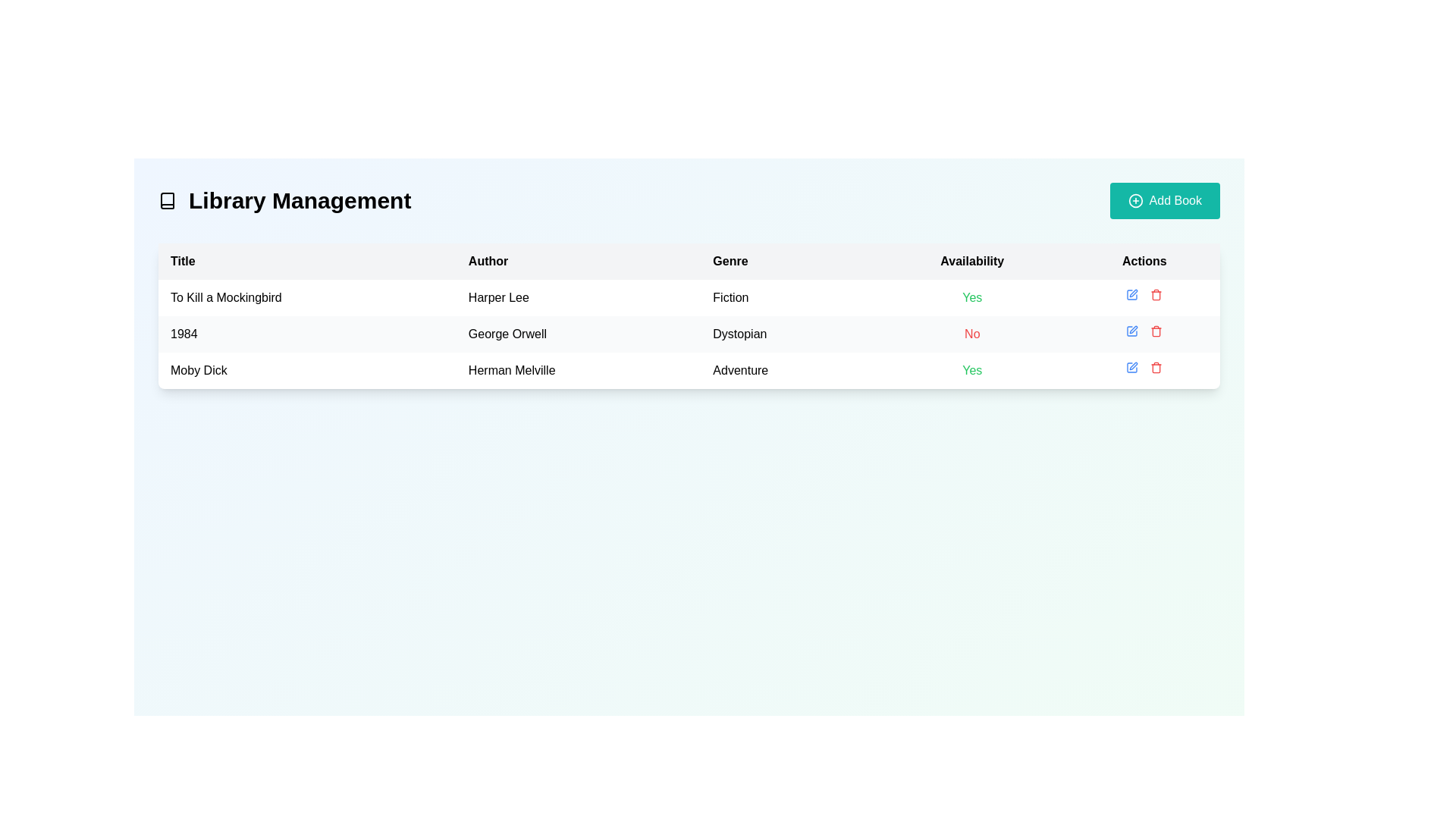 The height and width of the screenshot is (819, 1456). What do you see at coordinates (1156, 295) in the screenshot?
I see `the delete icon button located in the 'Actions' column of the table for the book 'Moby Dick' in the third row` at bounding box center [1156, 295].